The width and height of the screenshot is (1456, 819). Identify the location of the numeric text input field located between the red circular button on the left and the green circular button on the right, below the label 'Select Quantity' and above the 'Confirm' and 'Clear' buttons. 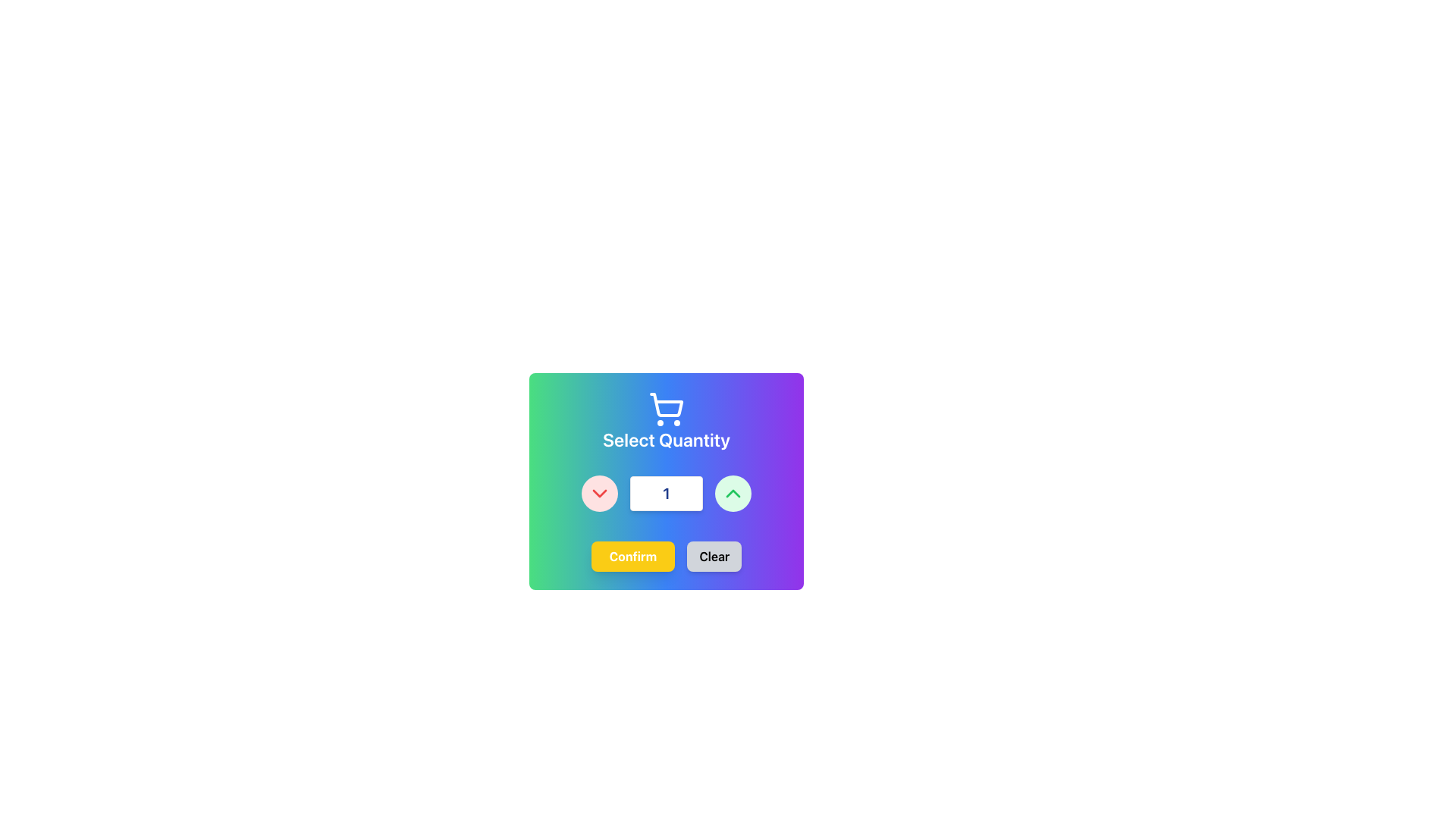
(666, 494).